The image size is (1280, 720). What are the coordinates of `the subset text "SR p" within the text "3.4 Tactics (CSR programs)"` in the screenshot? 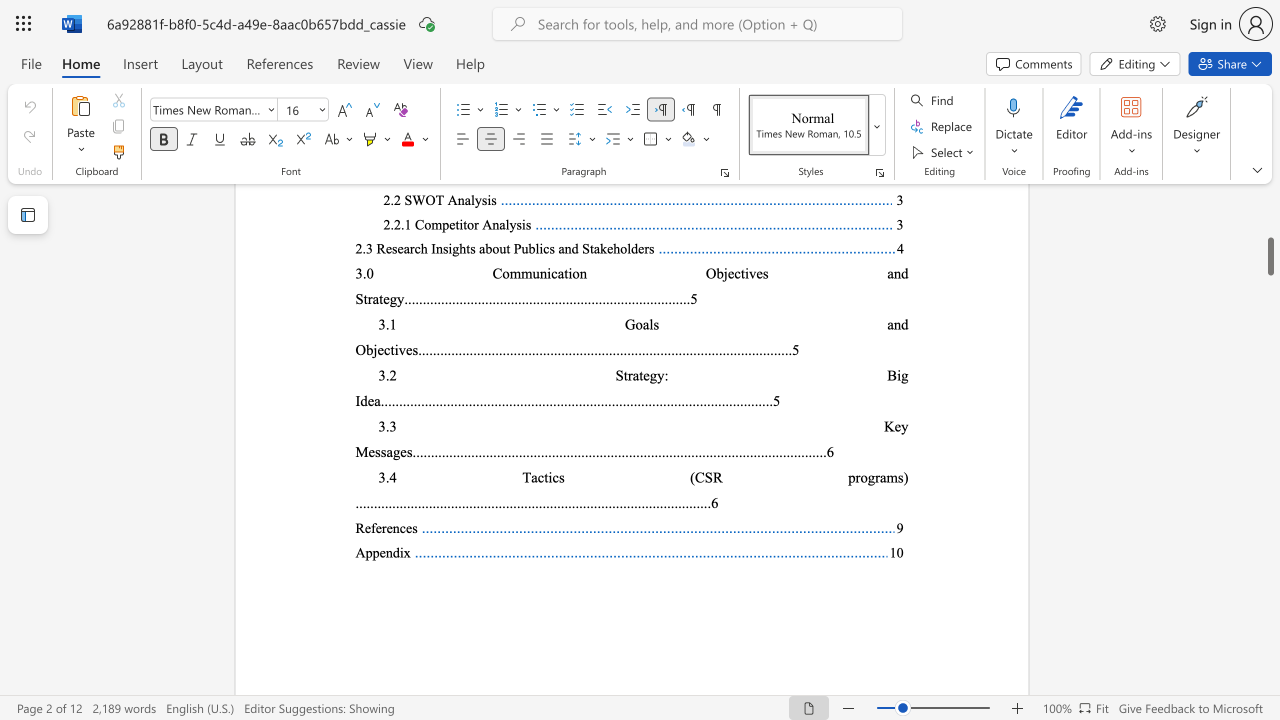 It's located at (704, 477).